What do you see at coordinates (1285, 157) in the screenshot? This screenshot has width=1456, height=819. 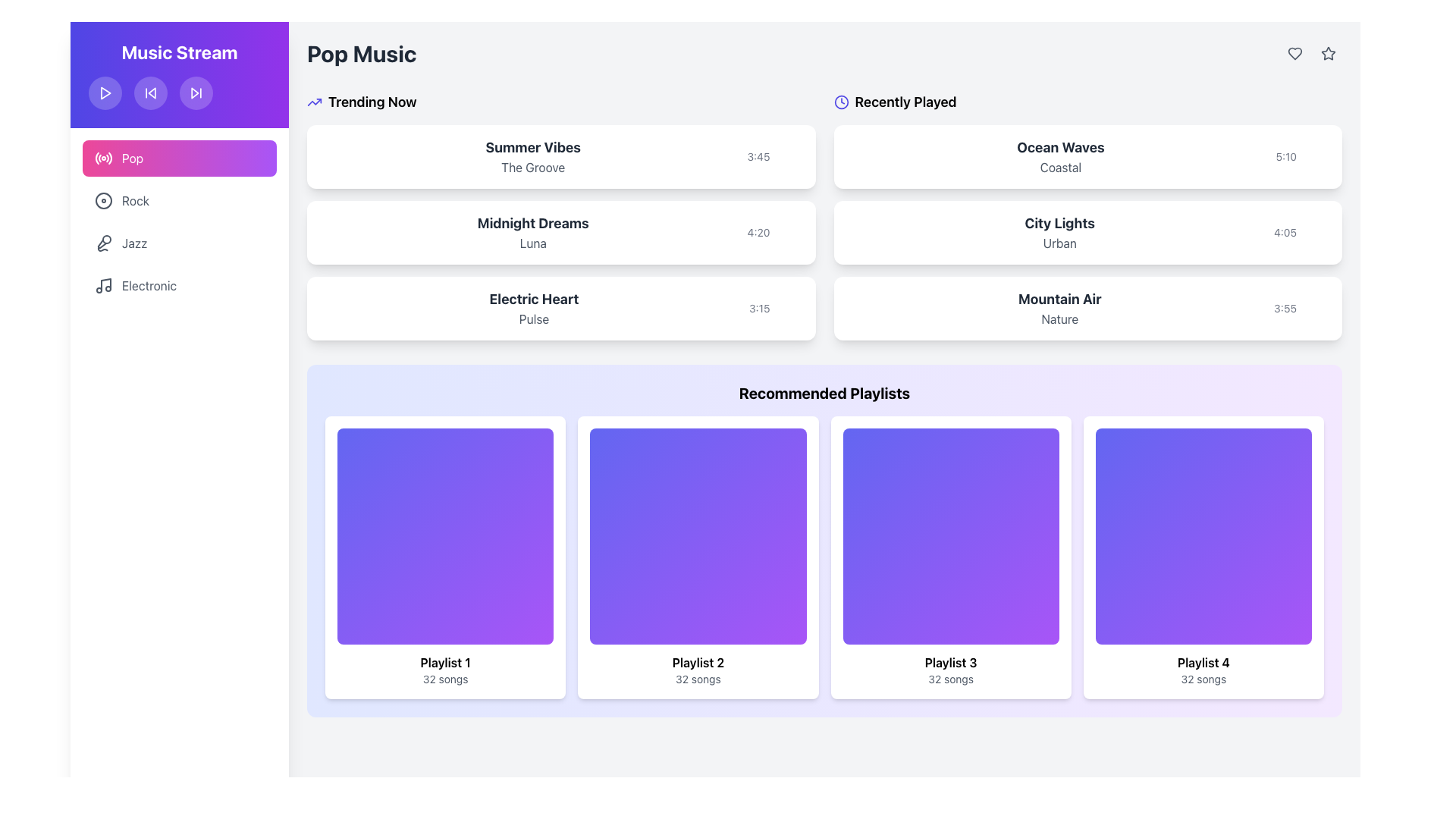 I see `the text label displaying the duration or timestamp of the 'Ocean Waves' song in the 'Recently Played' section, which is located to the right of the song title and subtitle` at bounding box center [1285, 157].